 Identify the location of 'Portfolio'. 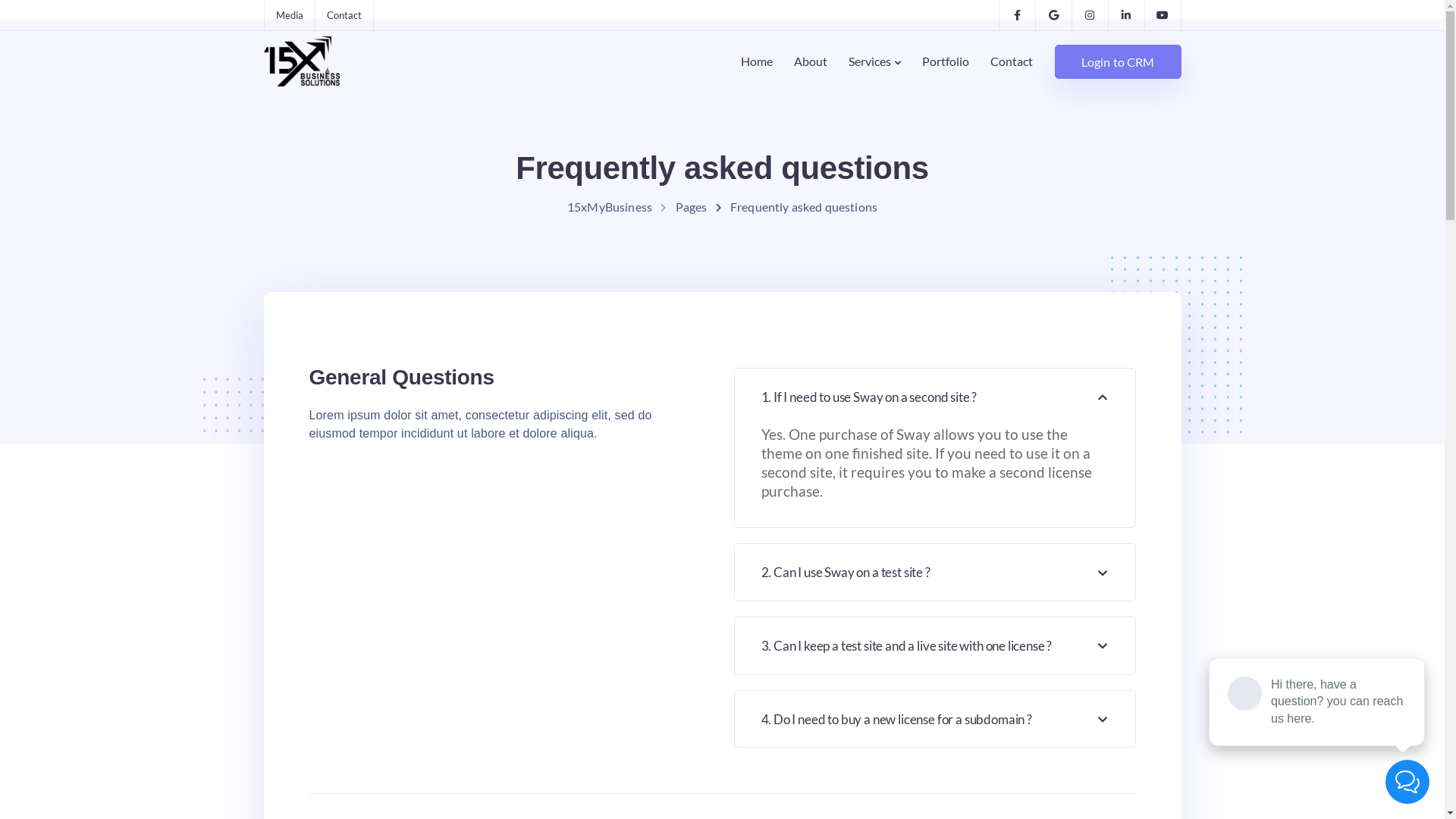
(945, 61).